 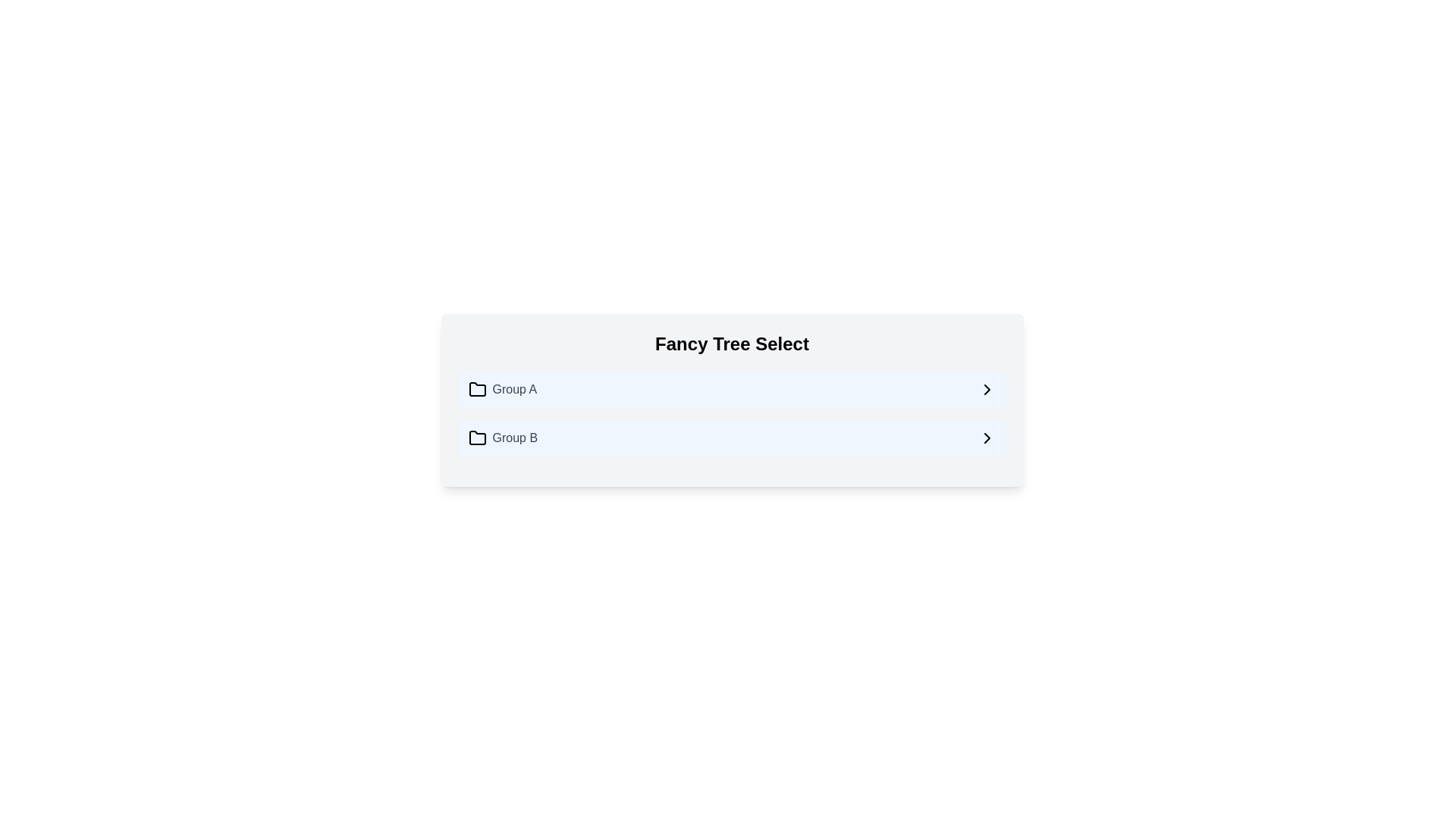 I want to click on text label that reads 'Group B', which is styled in medium-weight gray font and located to the right of a folder icon in a hierarchical tree interface, so click(x=515, y=438).